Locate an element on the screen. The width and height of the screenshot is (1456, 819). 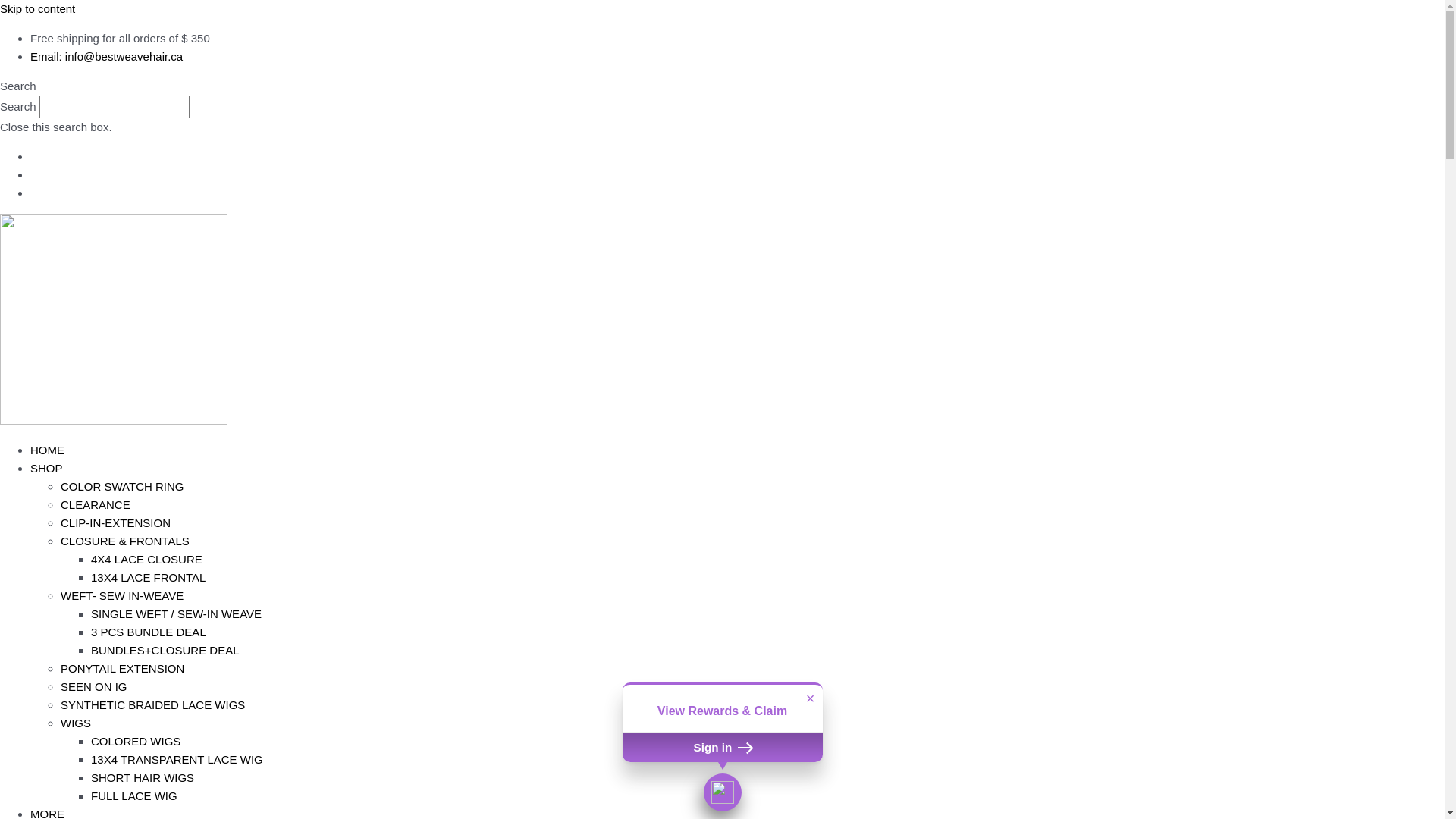
'Sign in' is located at coordinates (622, 745).